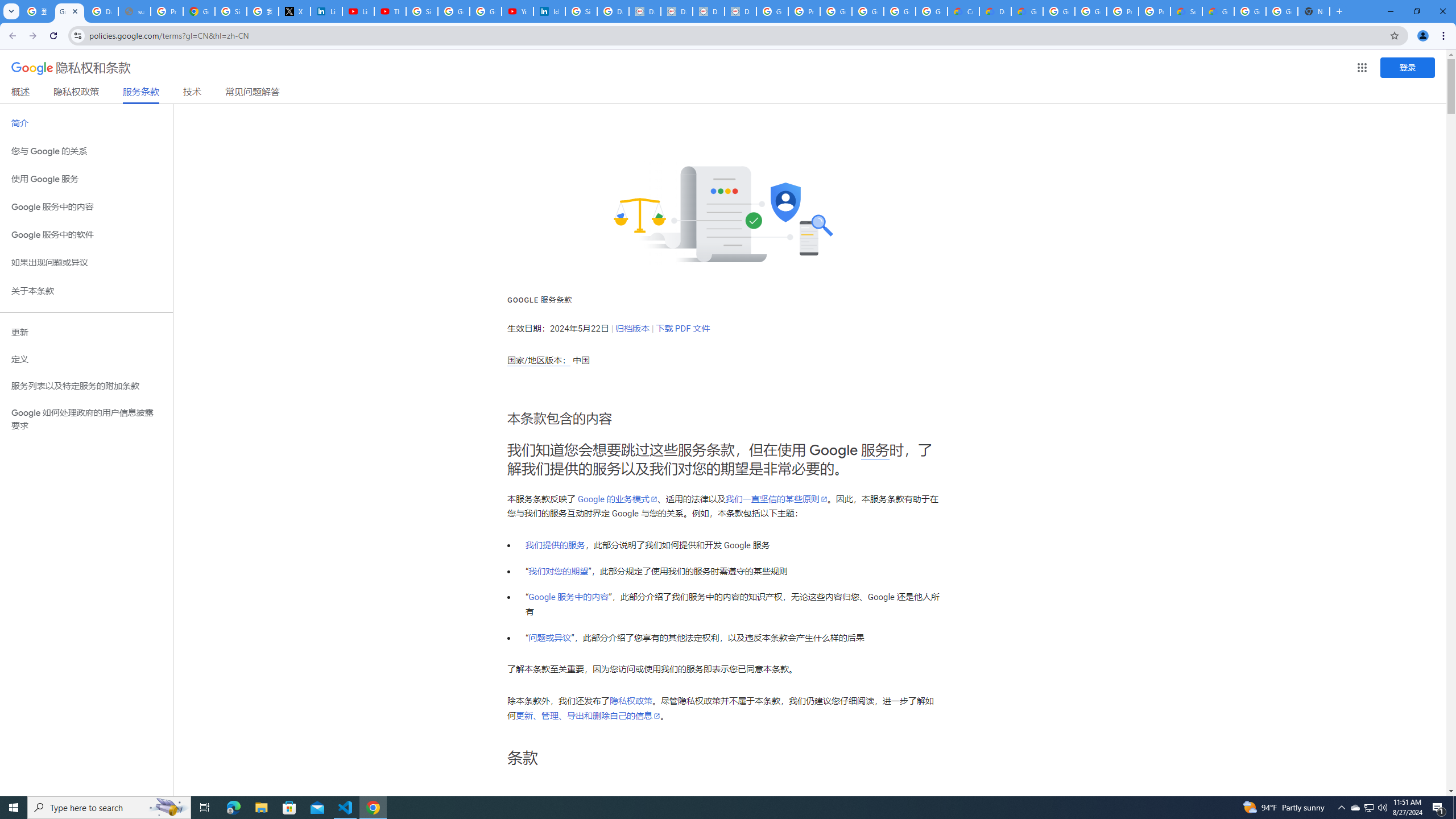 This screenshot has height=819, width=1456. I want to click on 'New Tab', so click(1314, 11).